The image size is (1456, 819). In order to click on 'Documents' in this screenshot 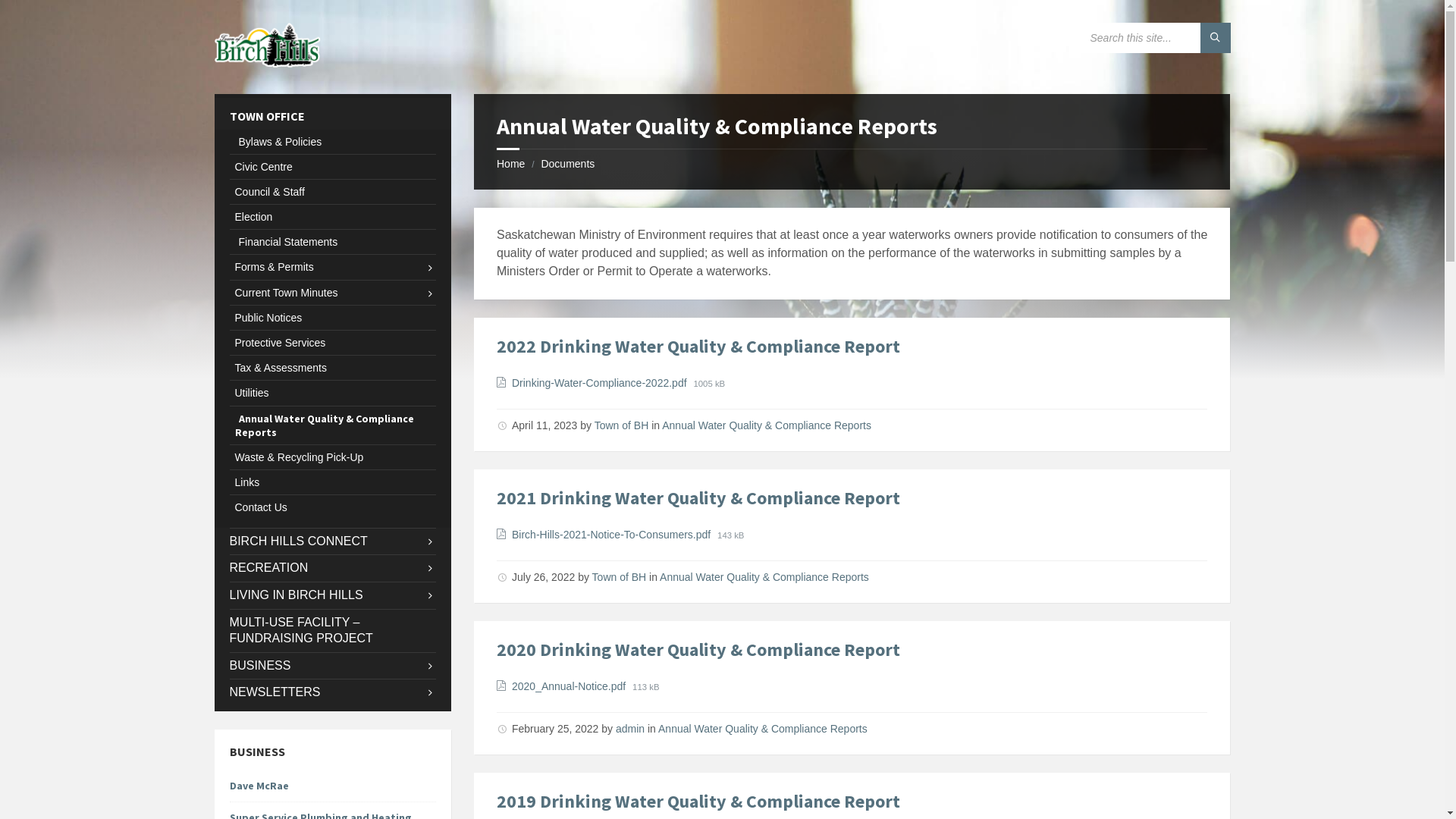, I will do `click(566, 164)`.